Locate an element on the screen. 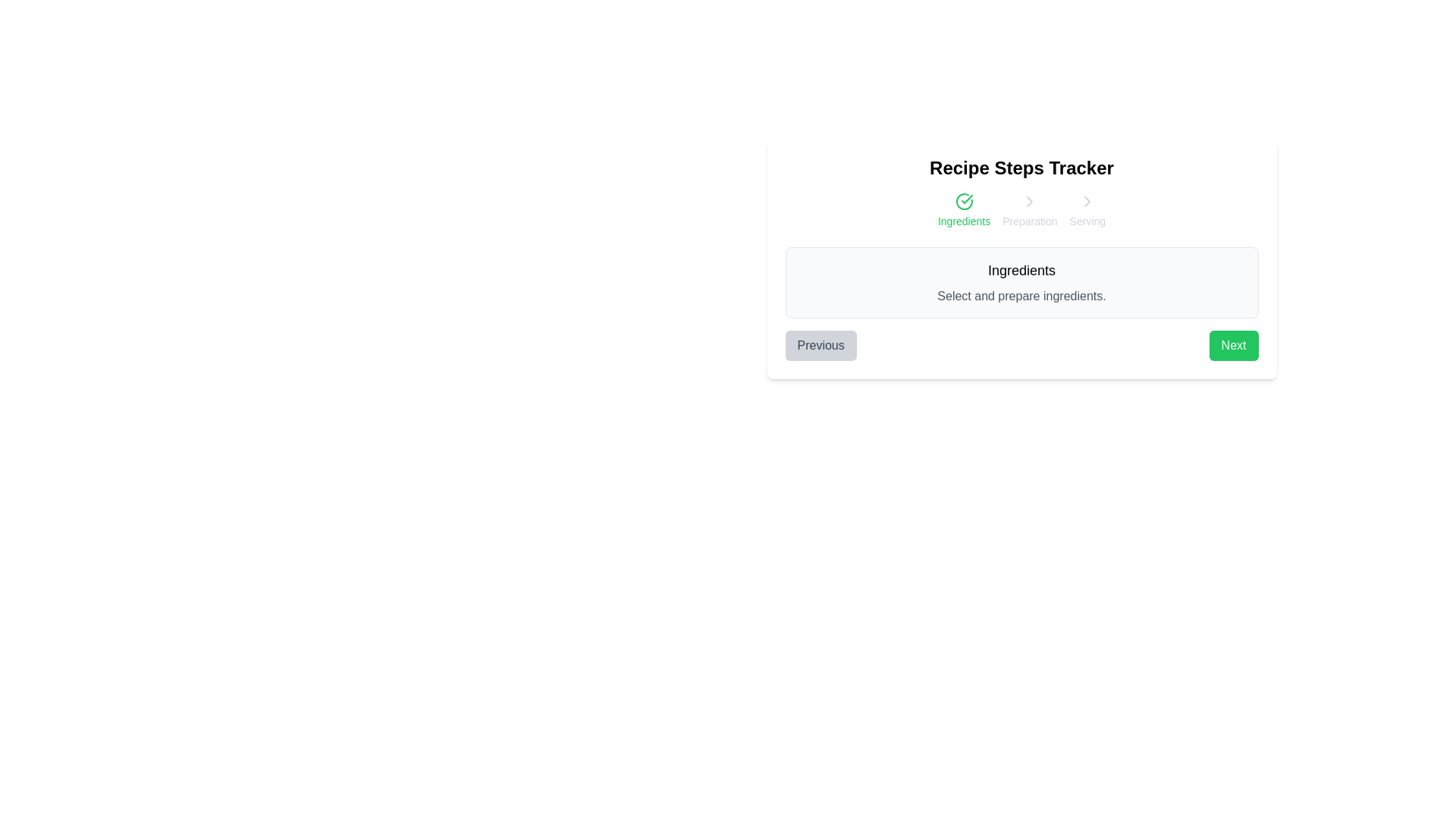 This screenshot has width=1456, height=819. the 'Ingredients' step in the stepper component, which features a green checkmark icon and text, indicating an active and completed state is located at coordinates (963, 210).